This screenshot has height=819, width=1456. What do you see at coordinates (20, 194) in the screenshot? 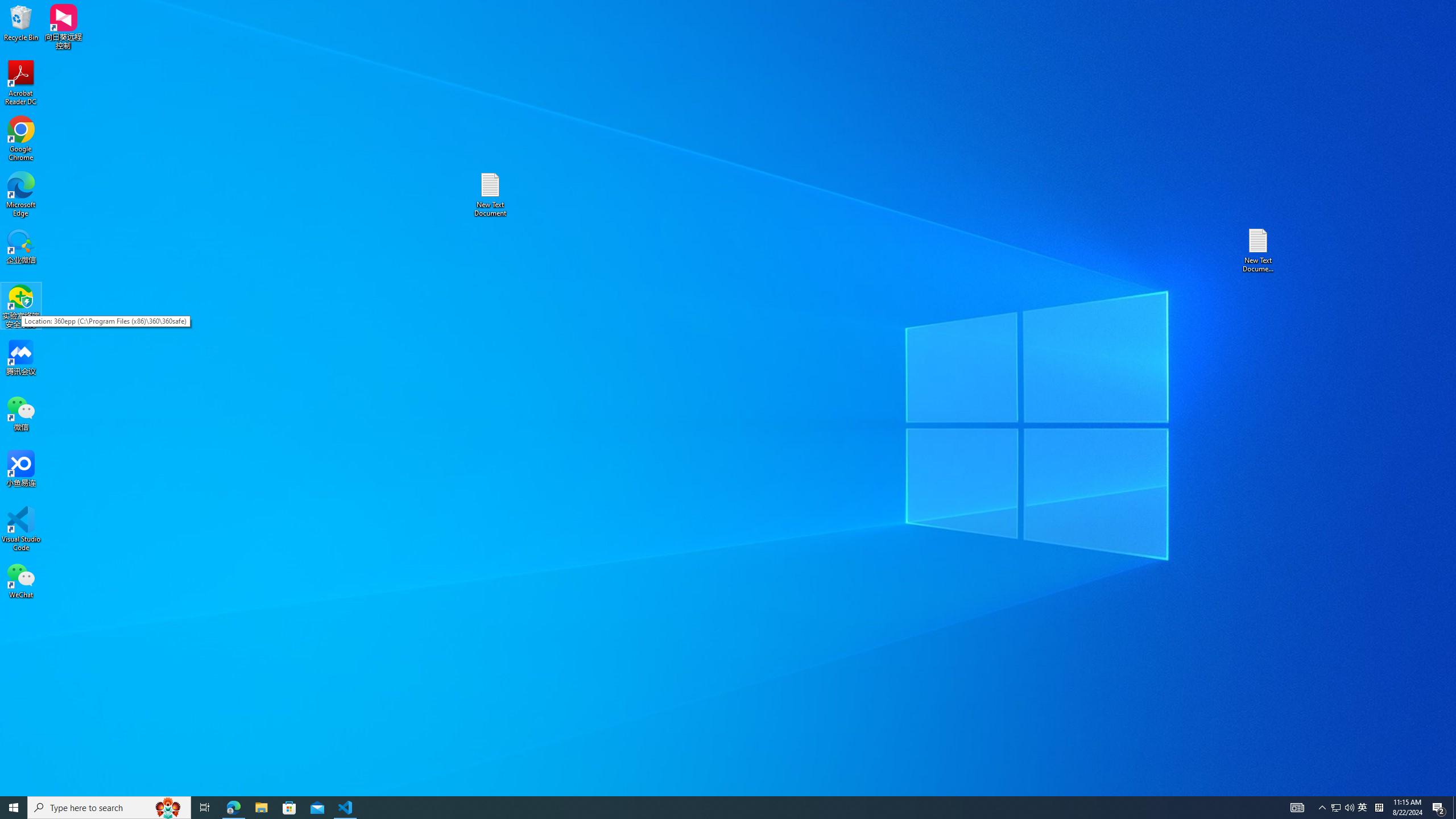
I see `'Microsoft Edge'` at bounding box center [20, 194].